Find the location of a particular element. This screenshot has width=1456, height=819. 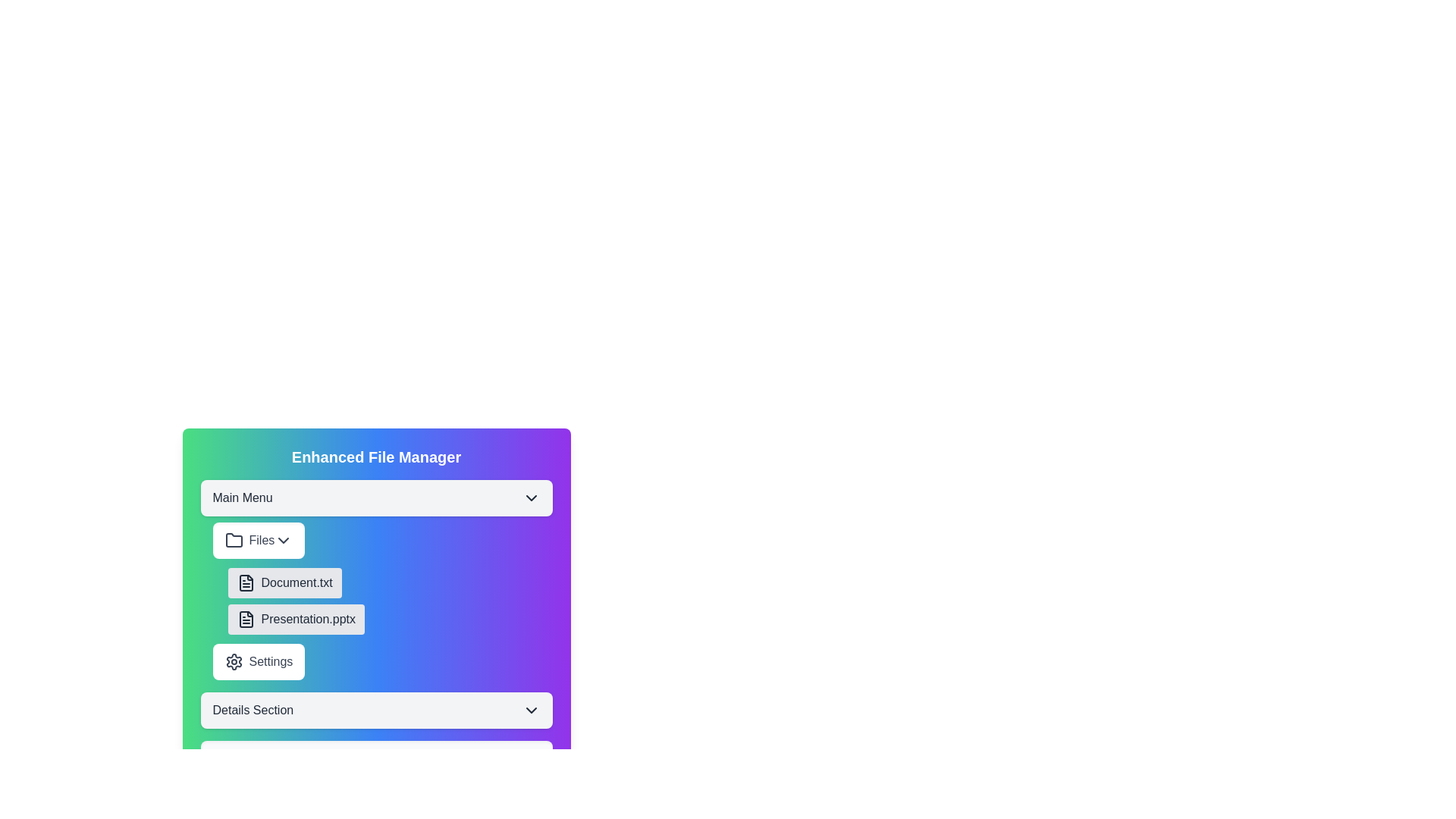

the cogwheel icon representing the settings feature, located in the lower section of the UI, directly beneath the 'Files' folder icon and above the 'Details Section' dropdown is located at coordinates (233, 661).